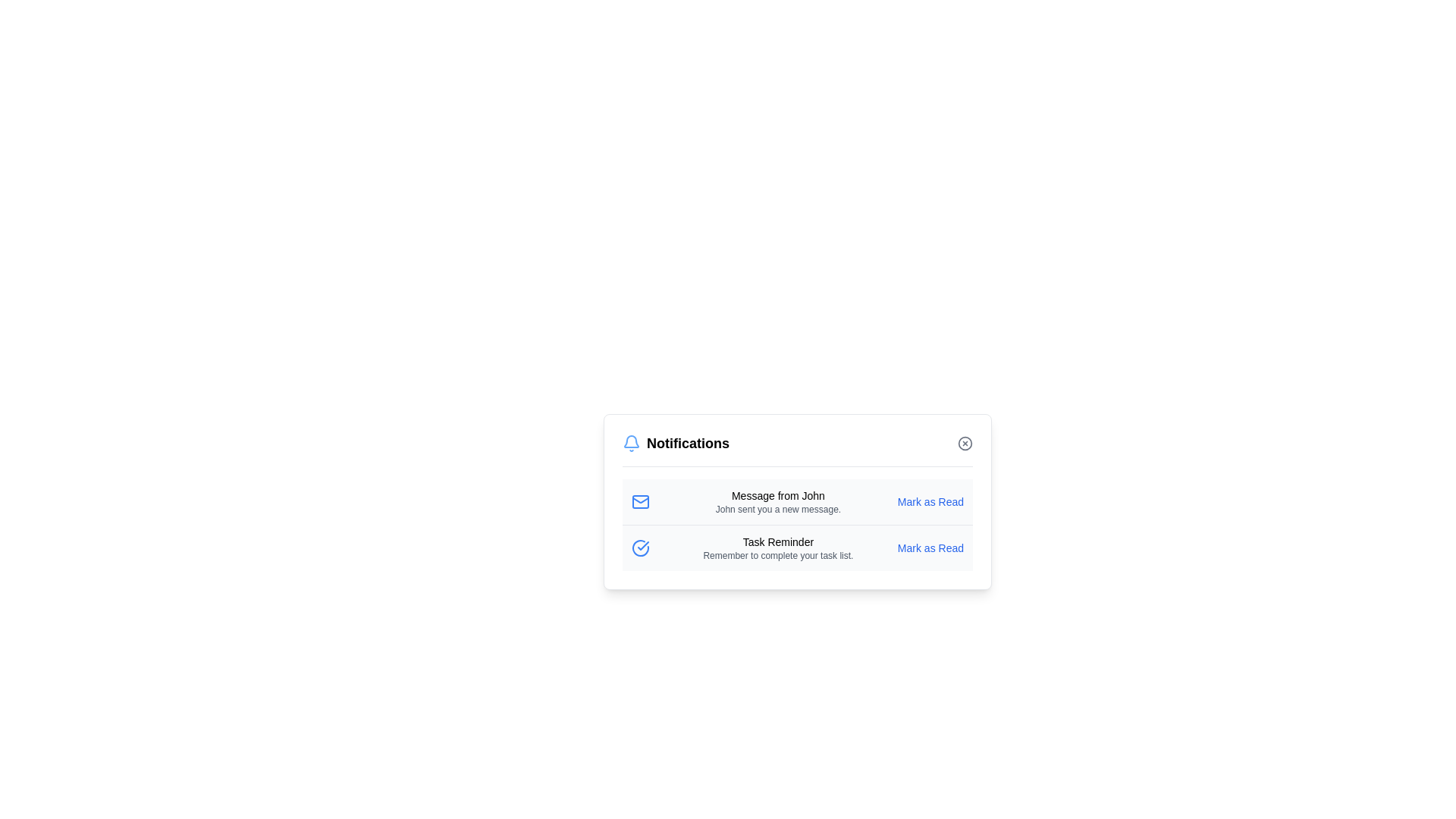  What do you see at coordinates (640, 548) in the screenshot?
I see `the completion status icon for the 'Task Reminder' notification, which is the first element in the notification group` at bounding box center [640, 548].